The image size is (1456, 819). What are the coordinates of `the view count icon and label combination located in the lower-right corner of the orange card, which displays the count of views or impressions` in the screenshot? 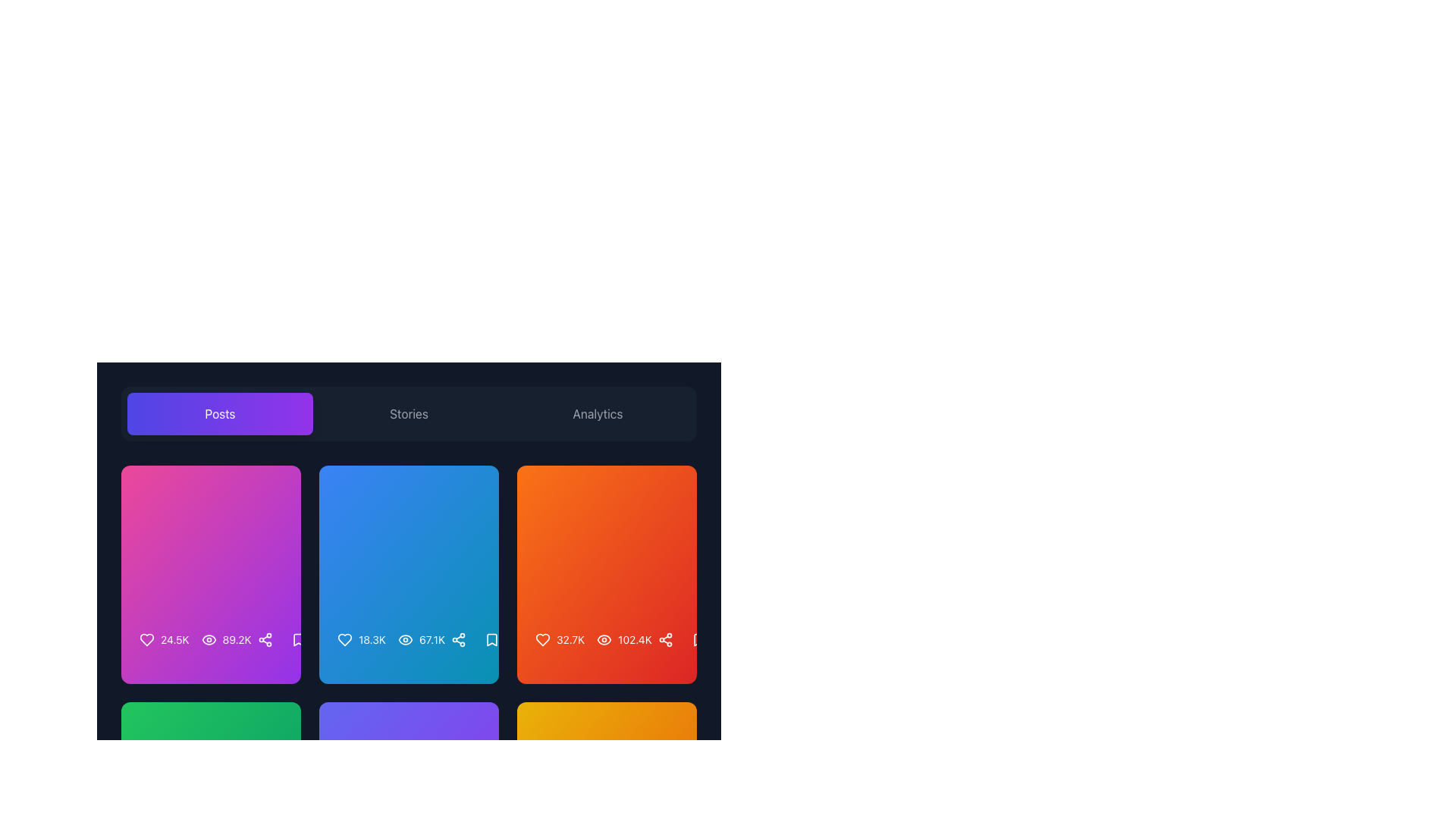 It's located at (624, 640).